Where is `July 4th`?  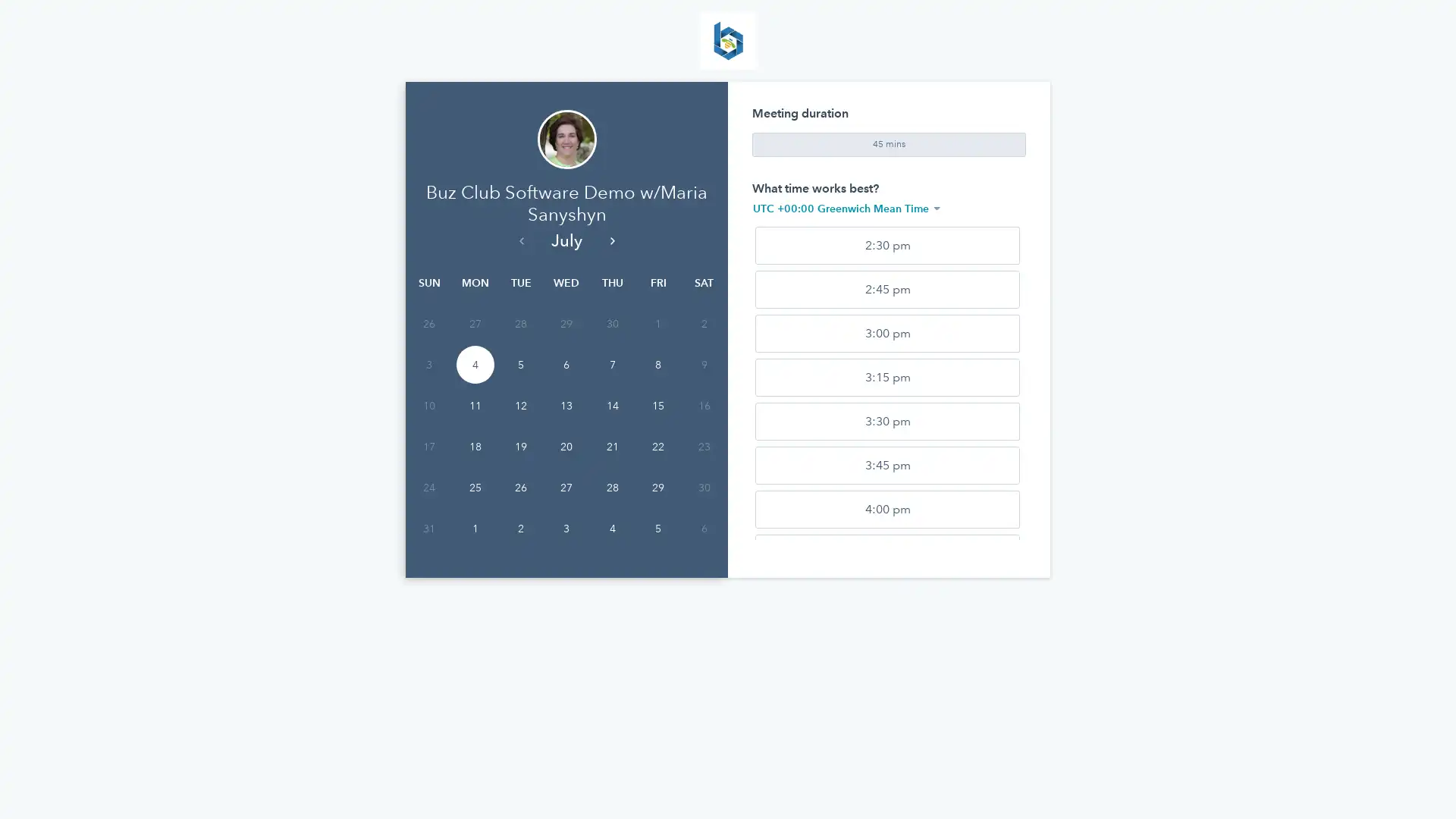
July 4th is located at coordinates (473, 365).